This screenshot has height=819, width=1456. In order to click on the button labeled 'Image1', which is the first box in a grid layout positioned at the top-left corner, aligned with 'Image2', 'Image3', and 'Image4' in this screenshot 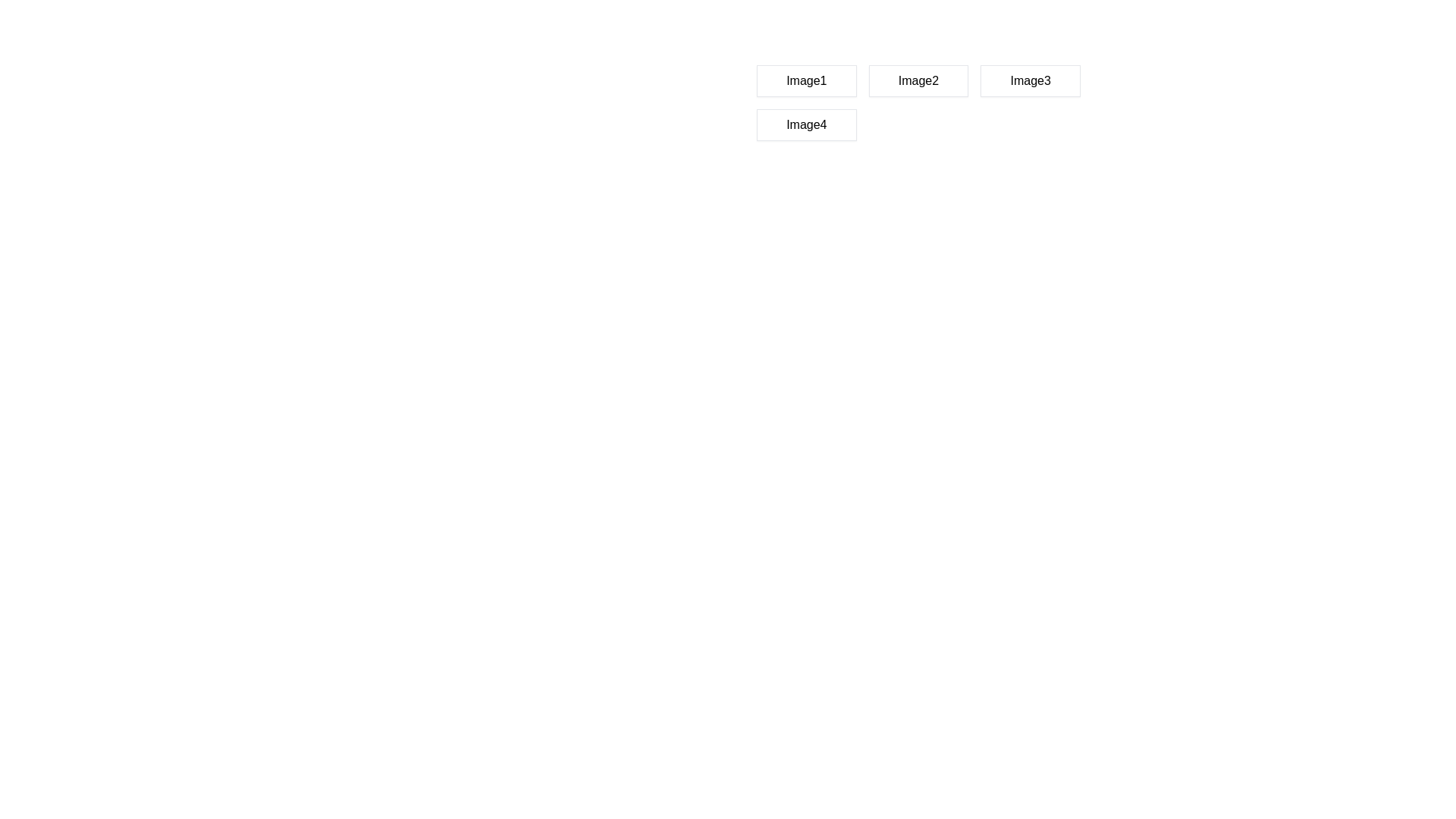, I will do `click(805, 81)`.